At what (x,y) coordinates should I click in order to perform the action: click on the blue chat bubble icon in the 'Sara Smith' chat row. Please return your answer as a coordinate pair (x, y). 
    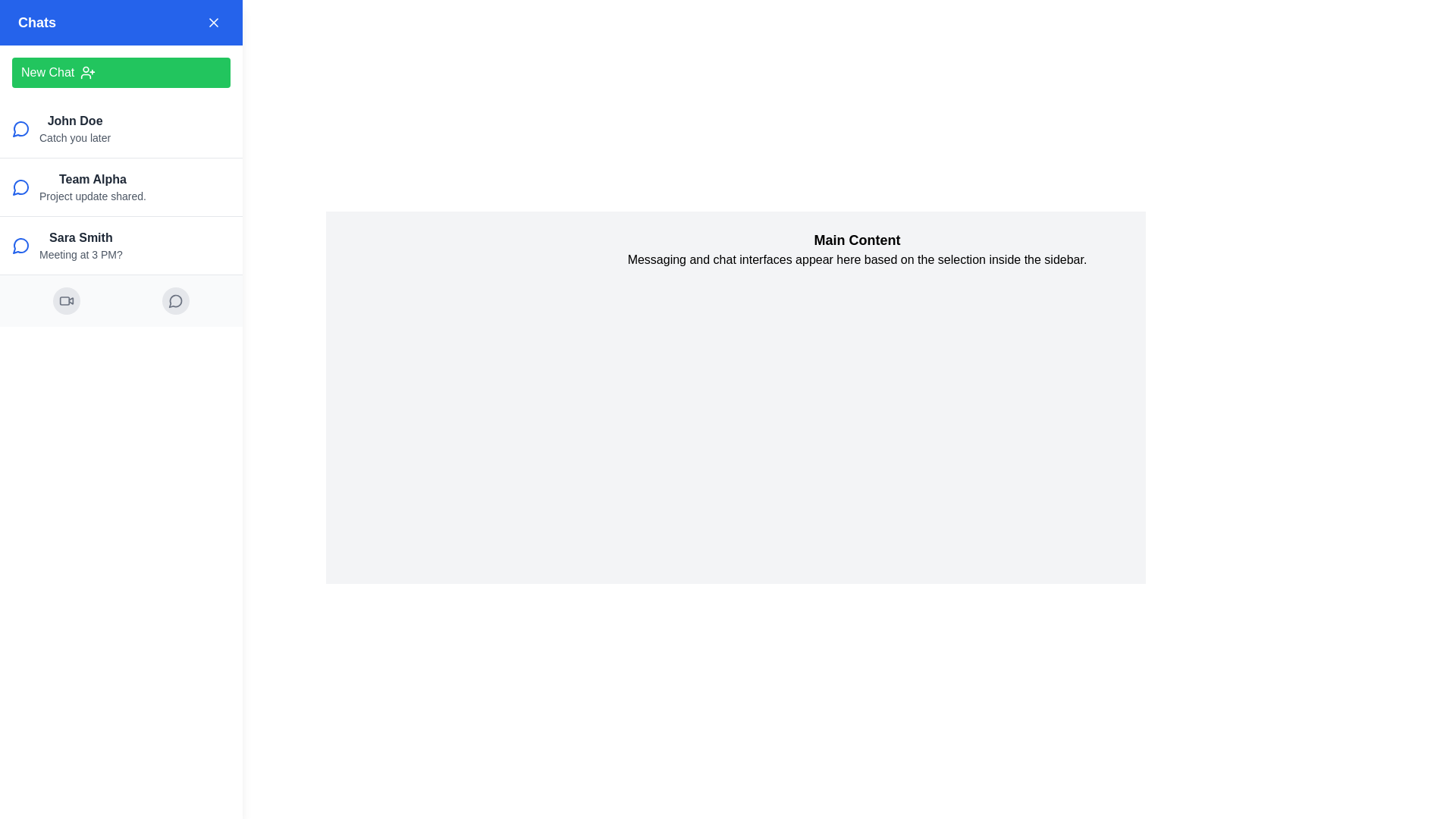
    Looking at the image, I should click on (20, 245).